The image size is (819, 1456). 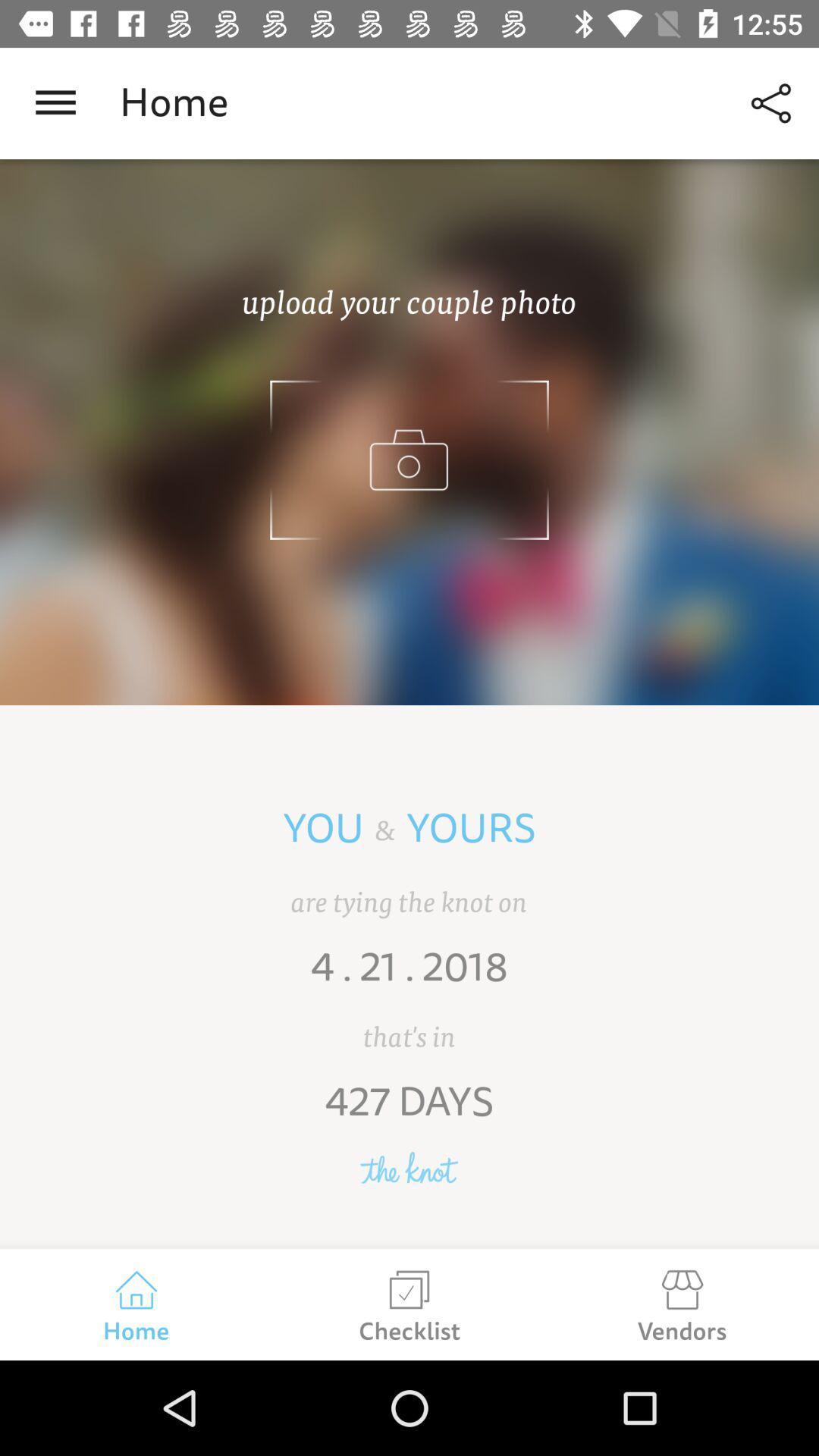 What do you see at coordinates (55, 102) in the screenshot?
I see `menu` at bounding box center [55, 102].